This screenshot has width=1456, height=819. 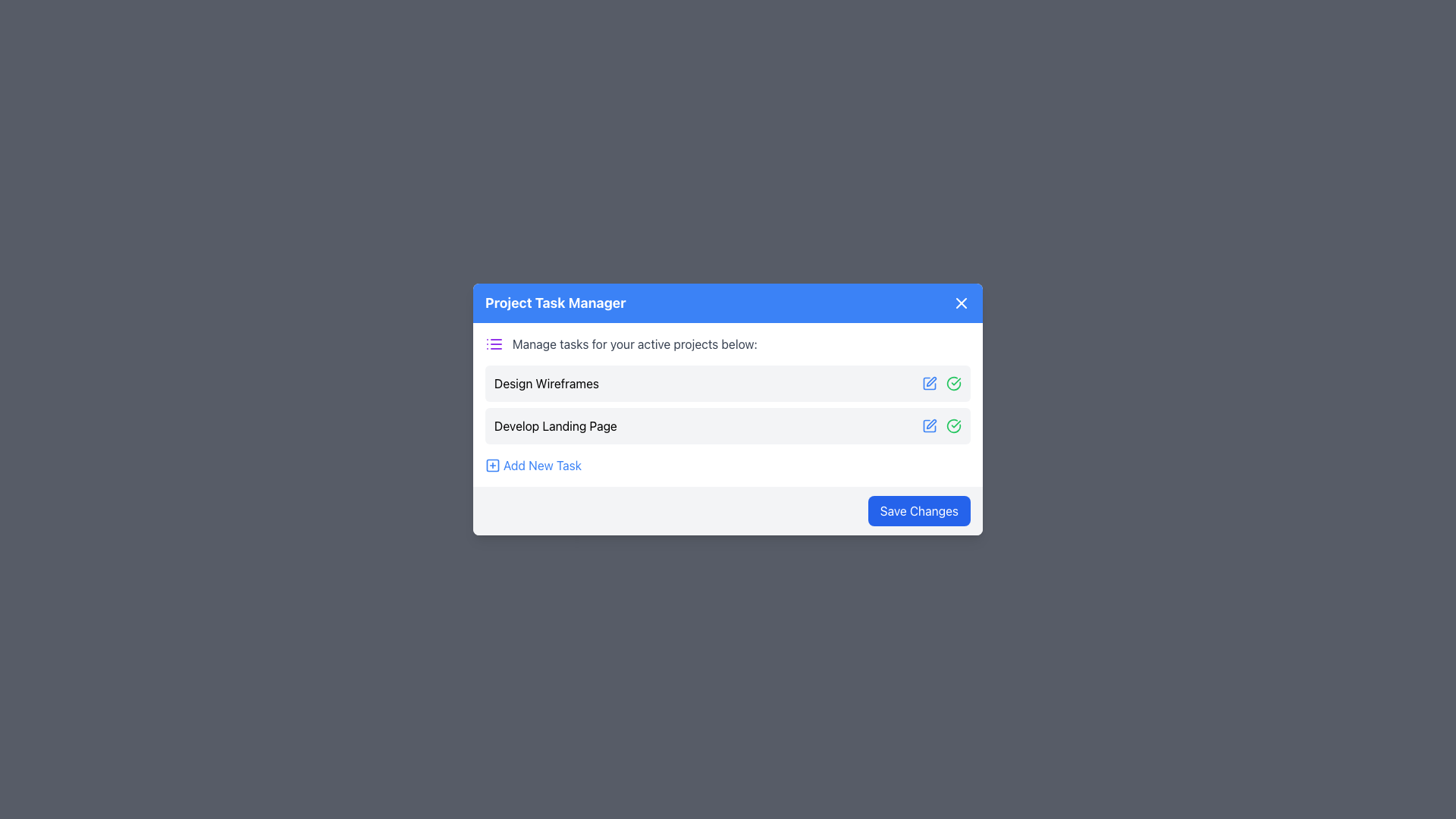 What do you see at coordinates (494, 344) in the screenshot?
I see `the icon located in the upper-left corner of the section labeled 'Manage tasks for your active projects below:', which indicates a list or task-related functionality` at bounding box center [494, 344].